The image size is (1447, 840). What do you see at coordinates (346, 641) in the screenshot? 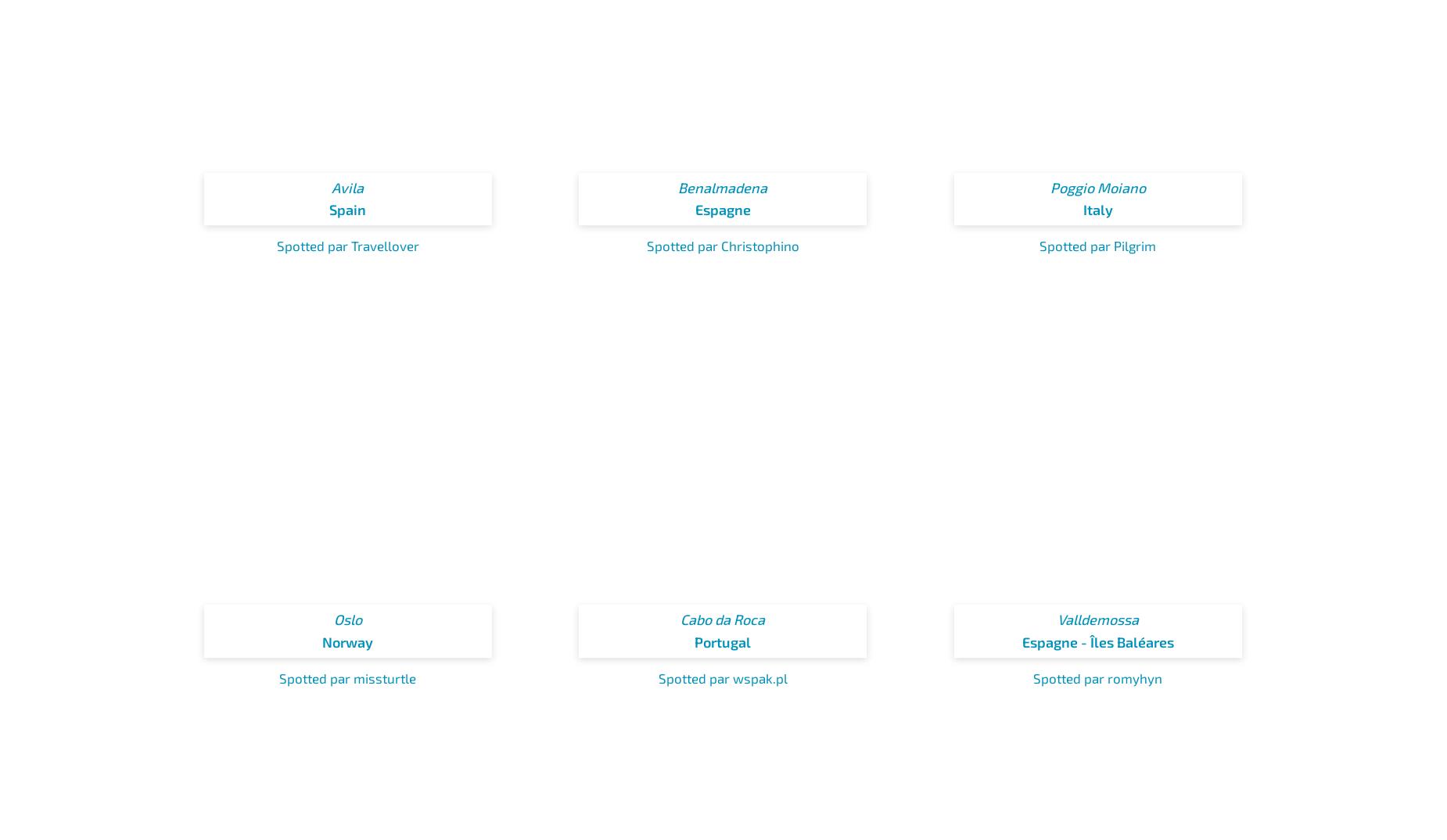
I see `'Norway'` at bounding box center [346, 641].